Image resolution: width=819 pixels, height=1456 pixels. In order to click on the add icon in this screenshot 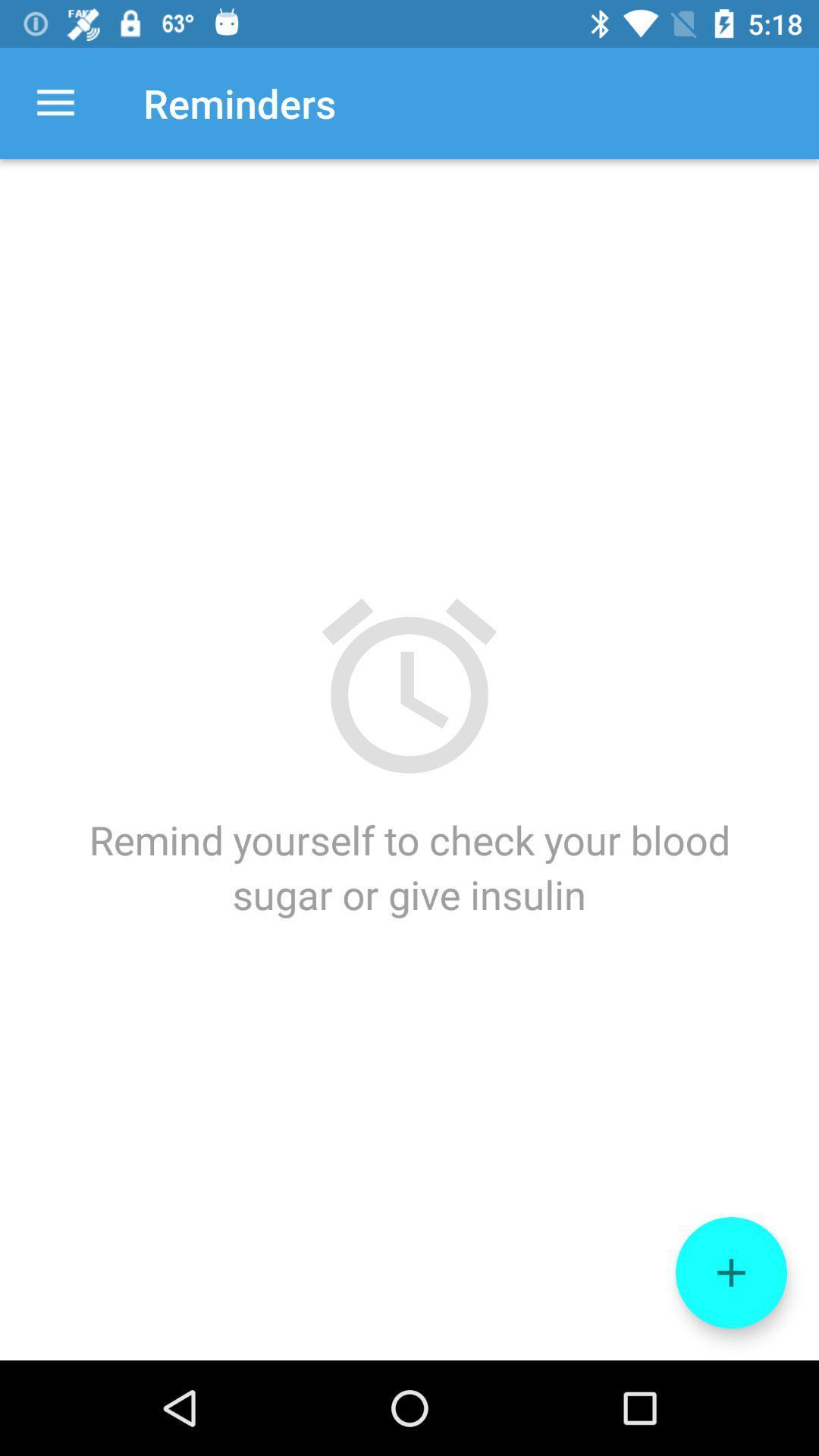, I will do `click(730, 1272)`.